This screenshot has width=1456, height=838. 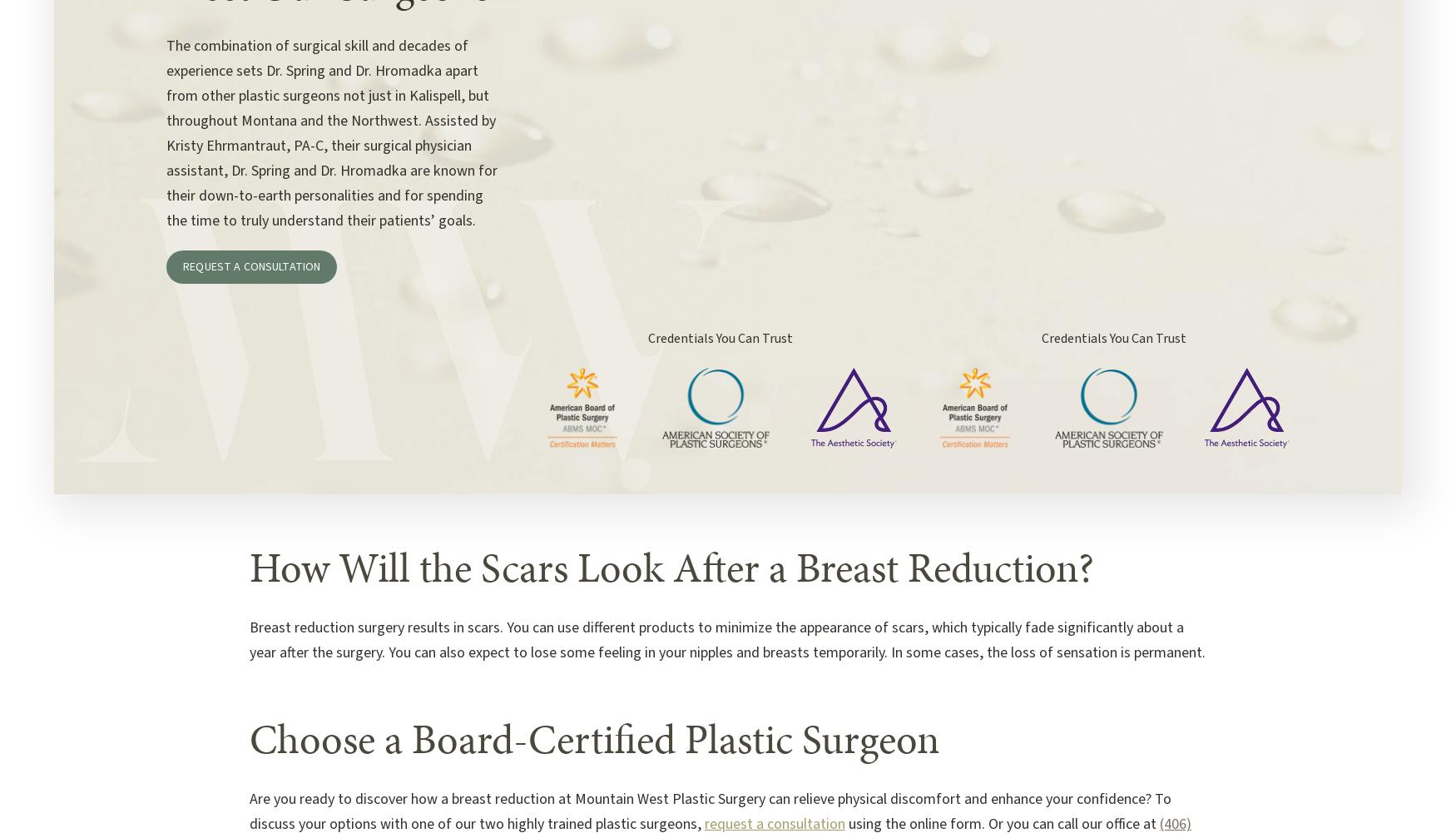 What do you see at coordinates (588, 236) in the screenshot?
I see `'Michael Hromadka, MD'` at bounding box center [588, 236].